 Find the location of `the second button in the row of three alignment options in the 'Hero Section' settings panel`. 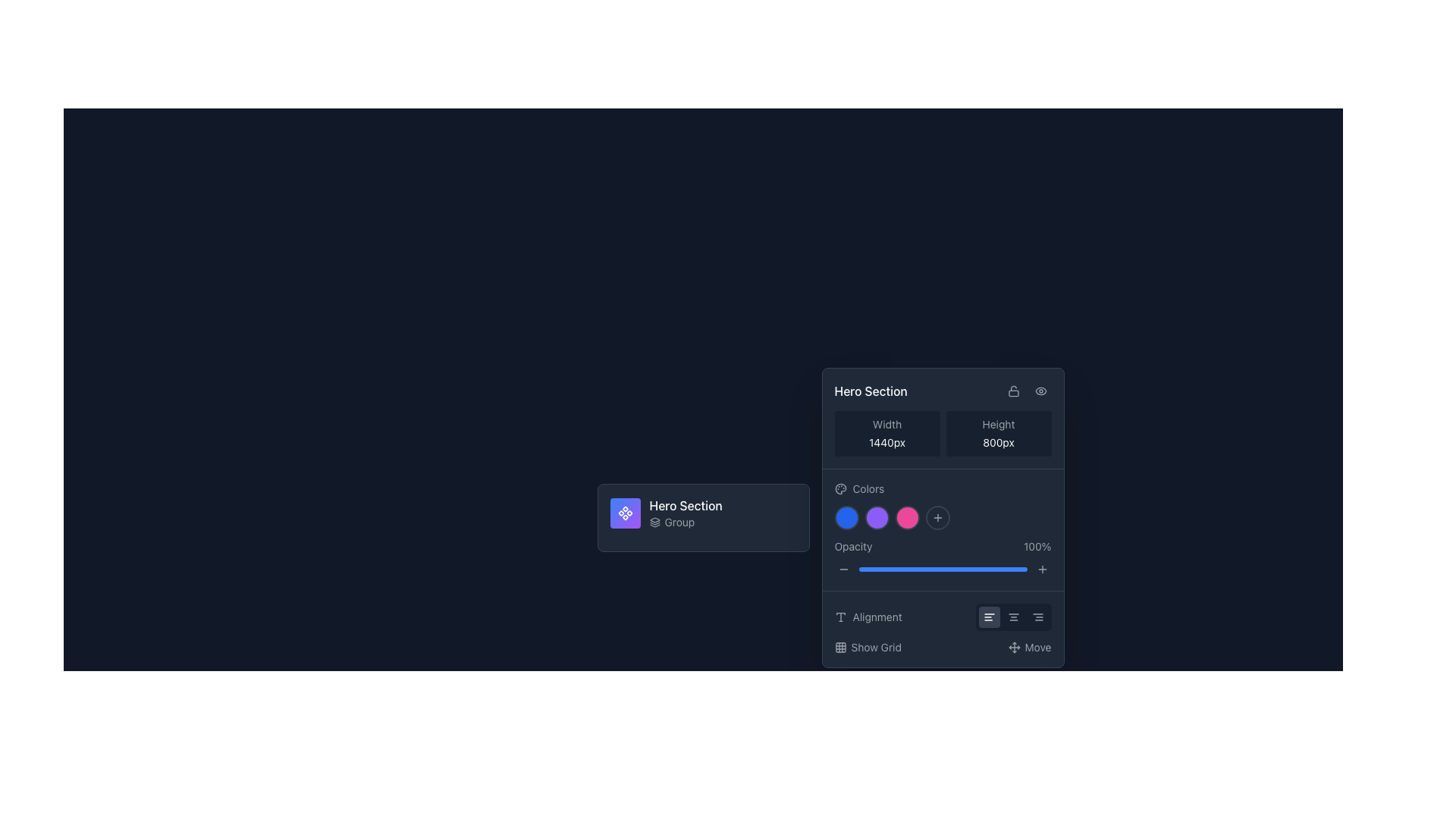

the second button in the row of three alignment options in the 'Hero Section' settings panel is located at coordinates (1013, 617).